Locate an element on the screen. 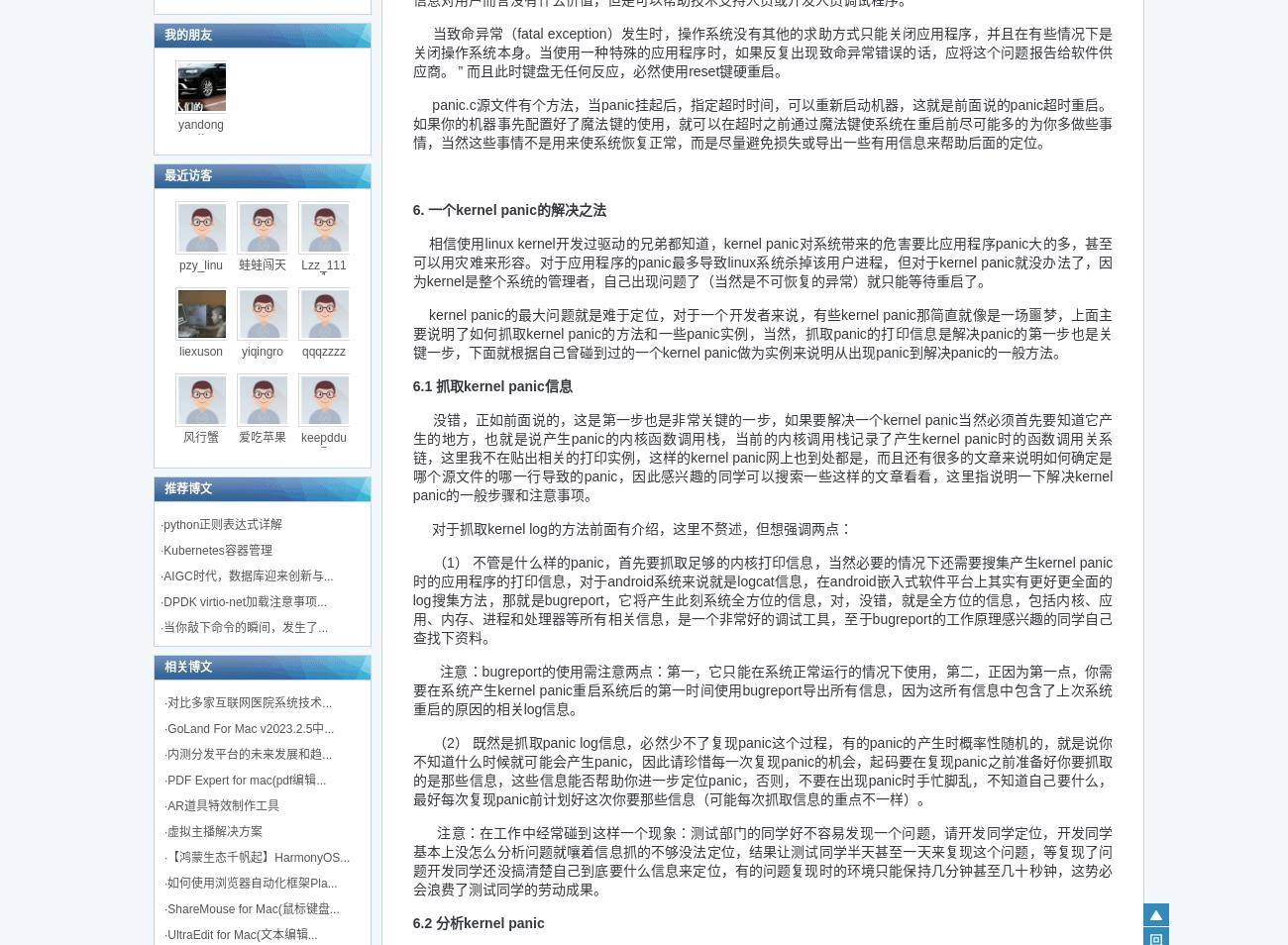 This screenshot has width=1288, height=945. 'panic.c源文件有个方法，当panic挂起后，指定超时时间，可以重新启动机器，这就是前面说的panic超时重启。如果你的机器事先配置好了魔法键的使用，就可以' is located at coordinates (761, 113).